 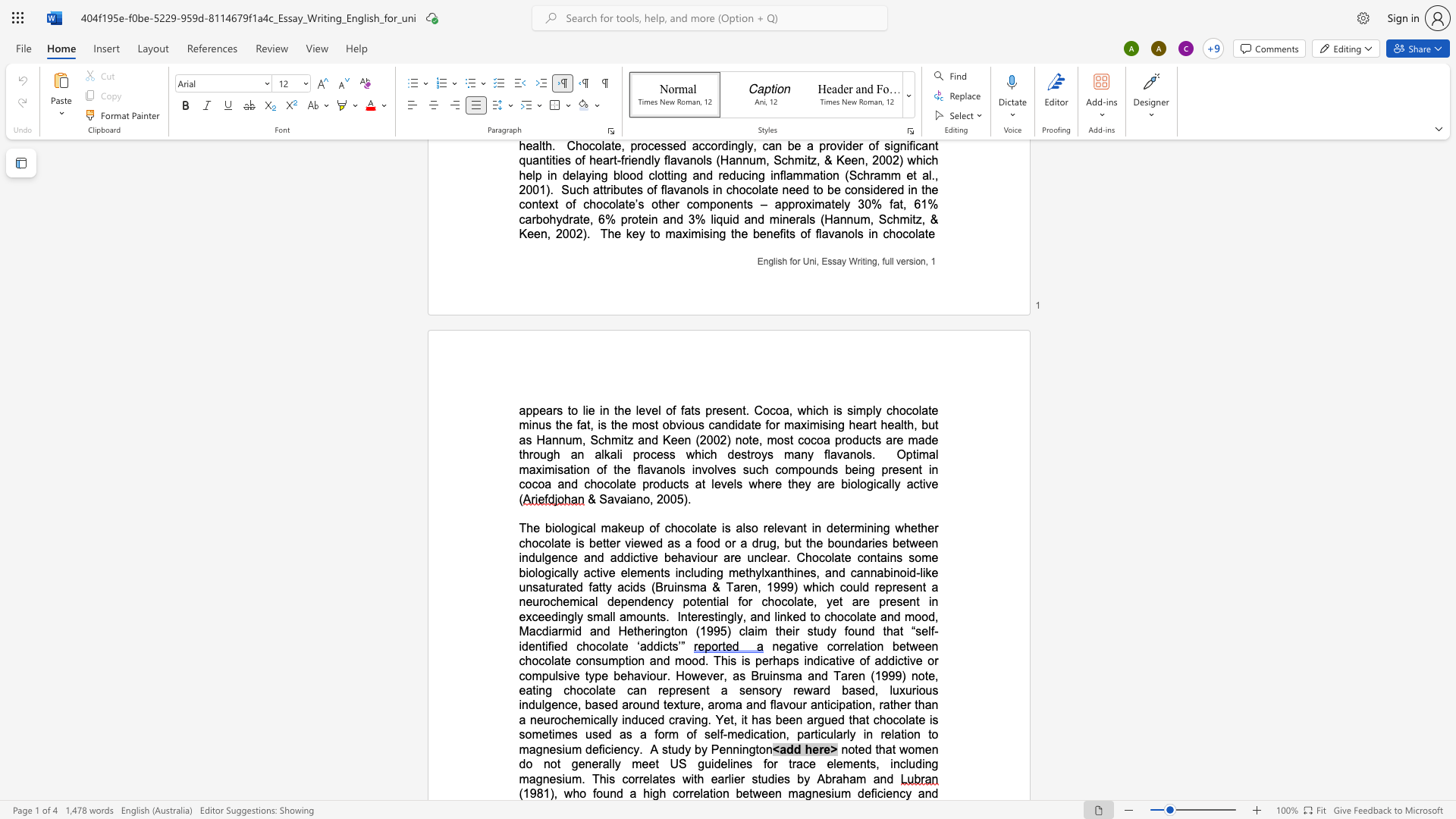 I want to click on the space between the continuous character "a" and "n" in the text, so click(x=636, y=499).